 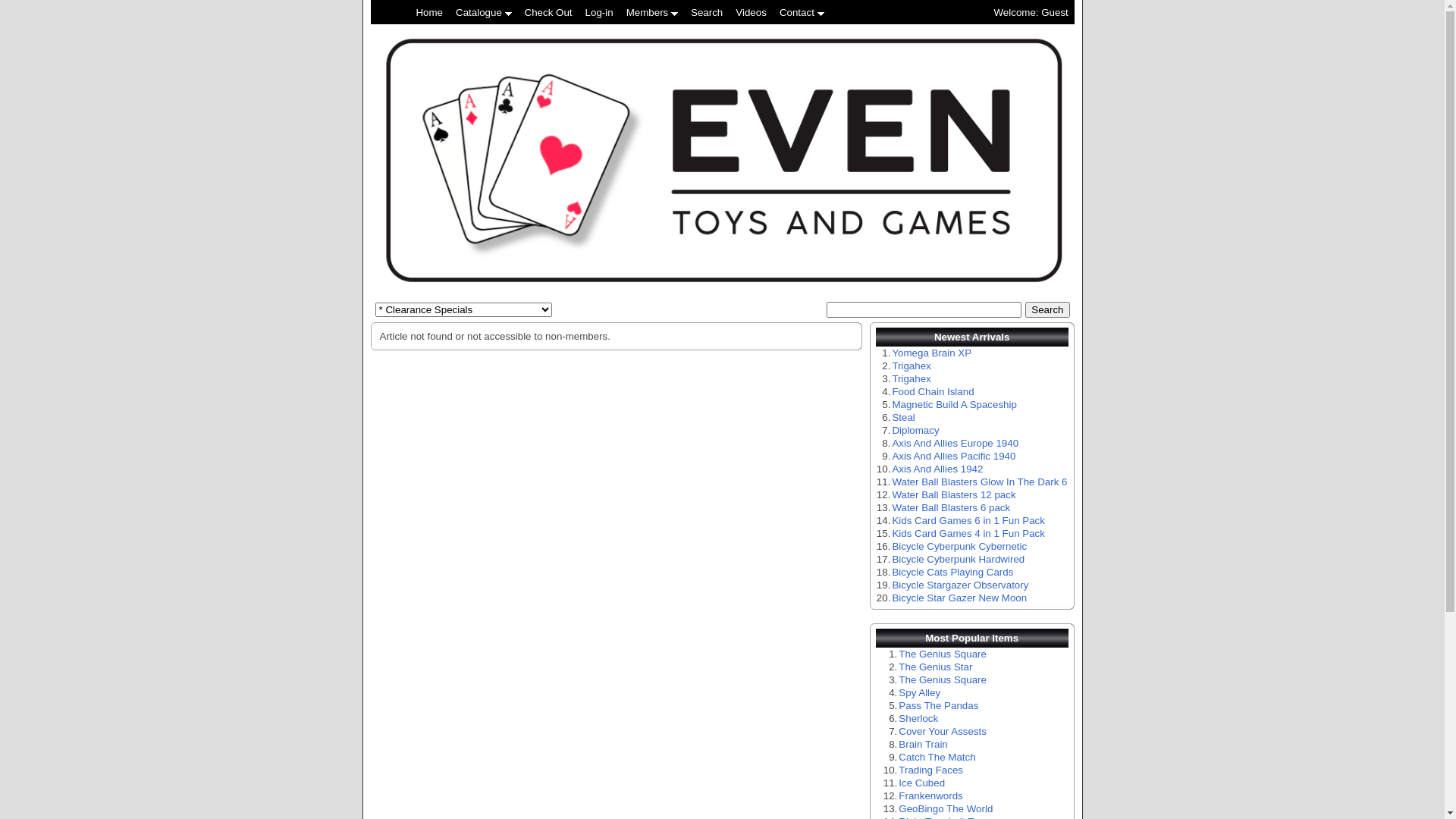 What do you see at coordinates (579, 12) in the screenshot?
I see `'Log-in'` at bounding box center [579, 12].